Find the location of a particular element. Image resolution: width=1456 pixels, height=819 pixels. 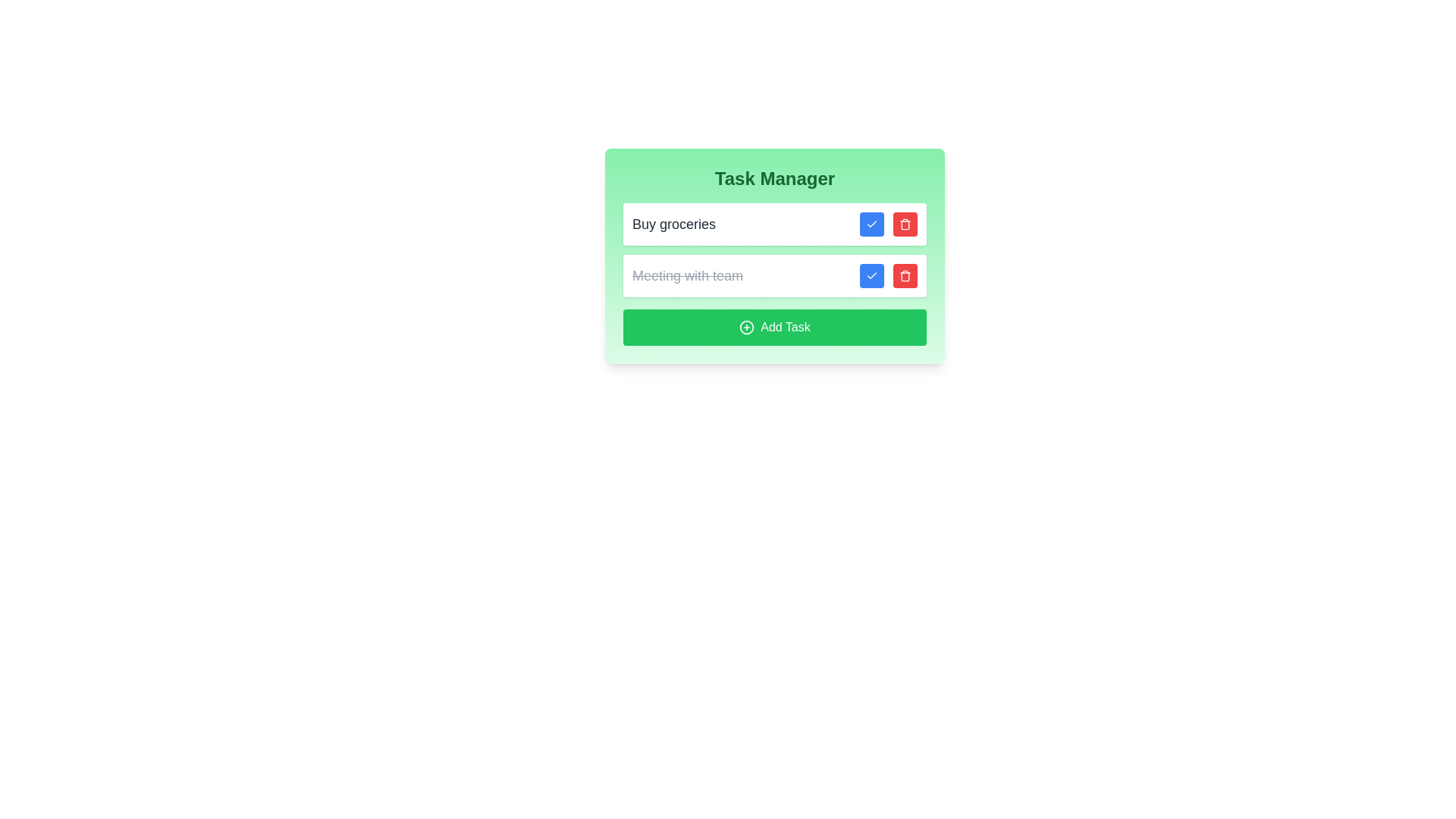

the task completion button located in the second row of interactive buttons, which is the first button in its row is located at coordinates (872, 275).